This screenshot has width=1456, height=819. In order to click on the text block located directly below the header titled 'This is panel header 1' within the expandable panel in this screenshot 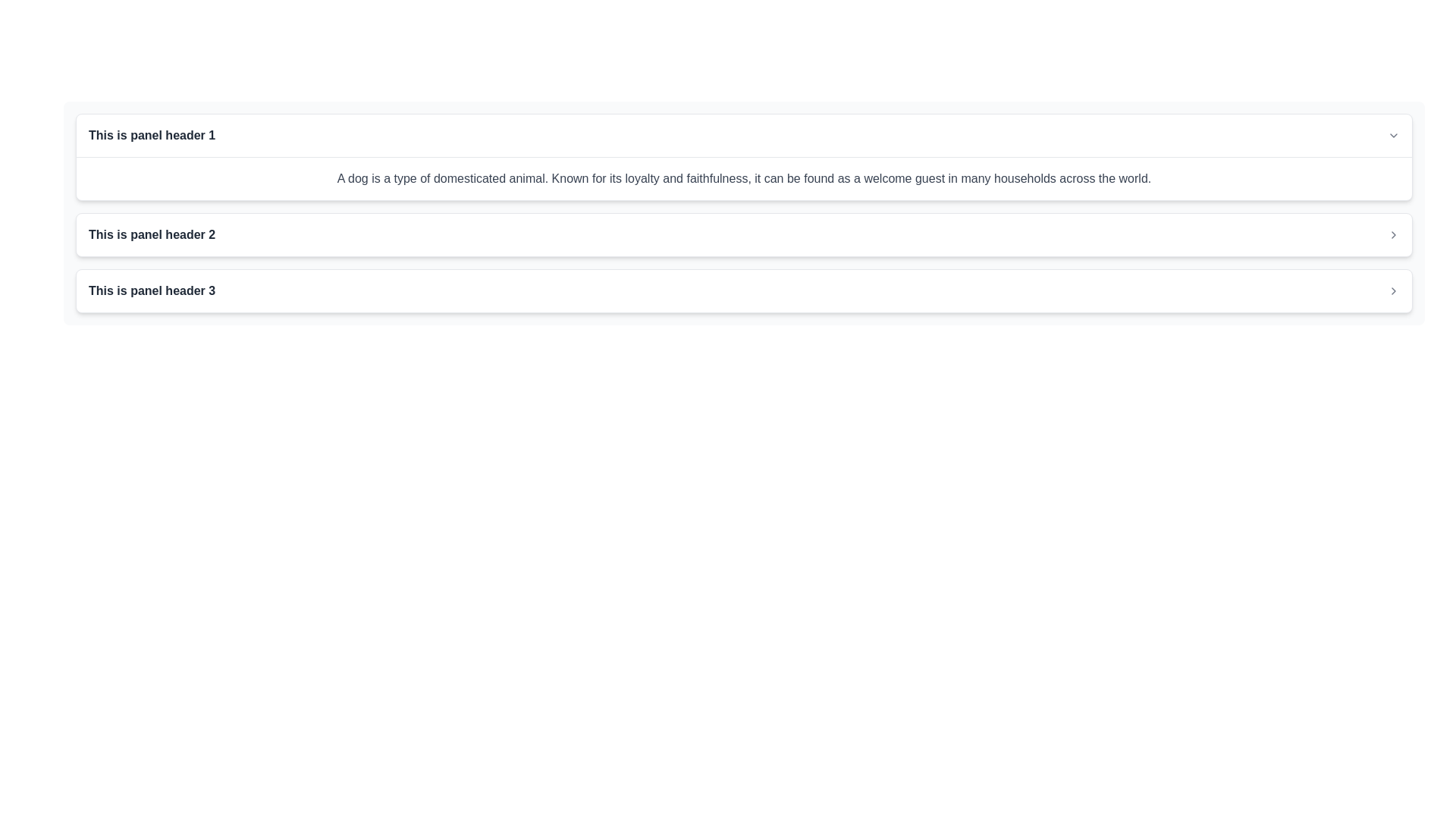, I will do `click(744, 177)`.